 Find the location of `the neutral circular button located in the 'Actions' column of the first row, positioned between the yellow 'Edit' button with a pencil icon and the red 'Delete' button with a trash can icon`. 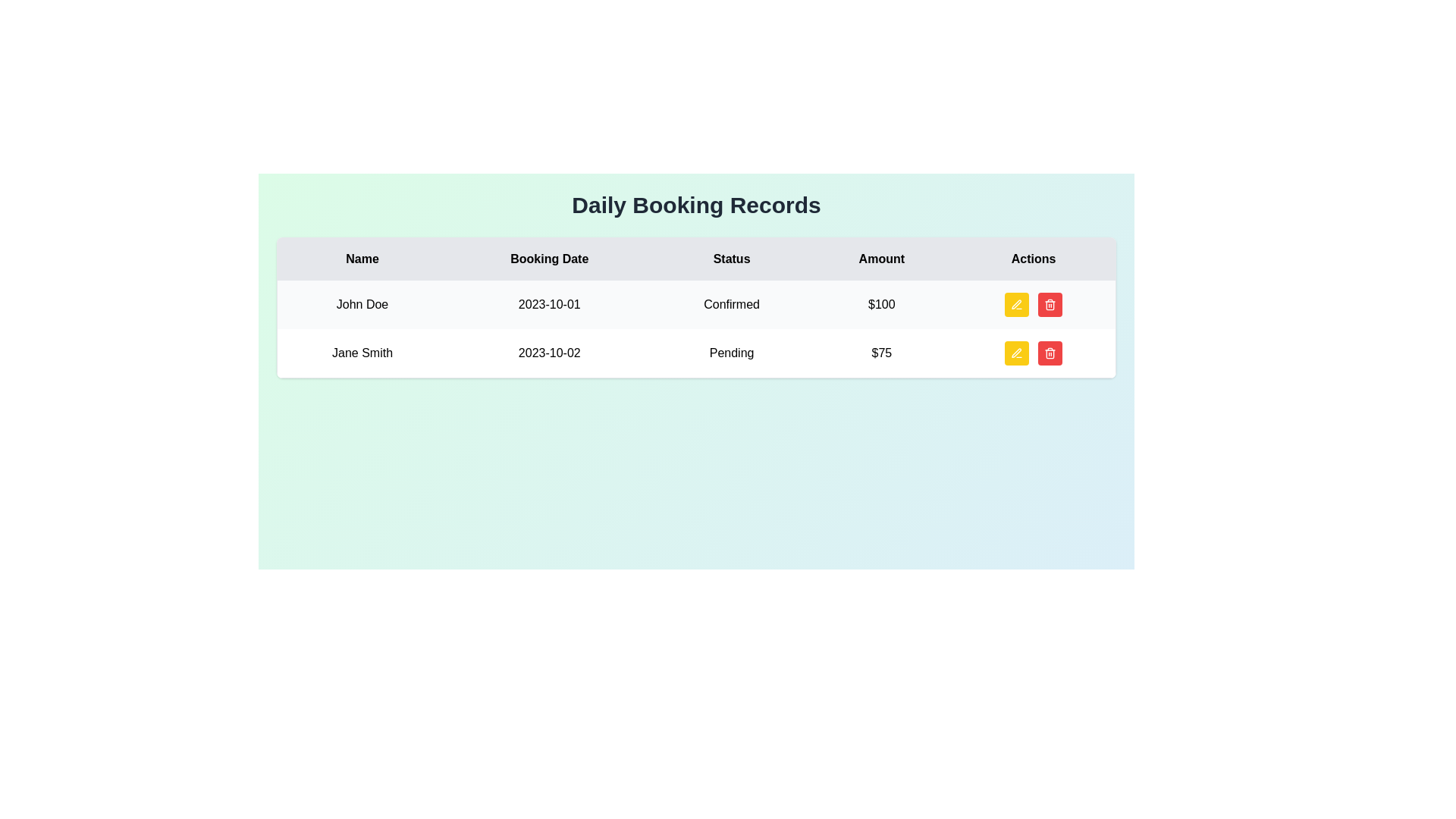

the neutral circular button located in the 'Actions' column of the first row, positioned between the yellow 'Edit' button with a pencil icon and the red 'Delete' button with a trash can icon is located at coordinates (1033, 304).